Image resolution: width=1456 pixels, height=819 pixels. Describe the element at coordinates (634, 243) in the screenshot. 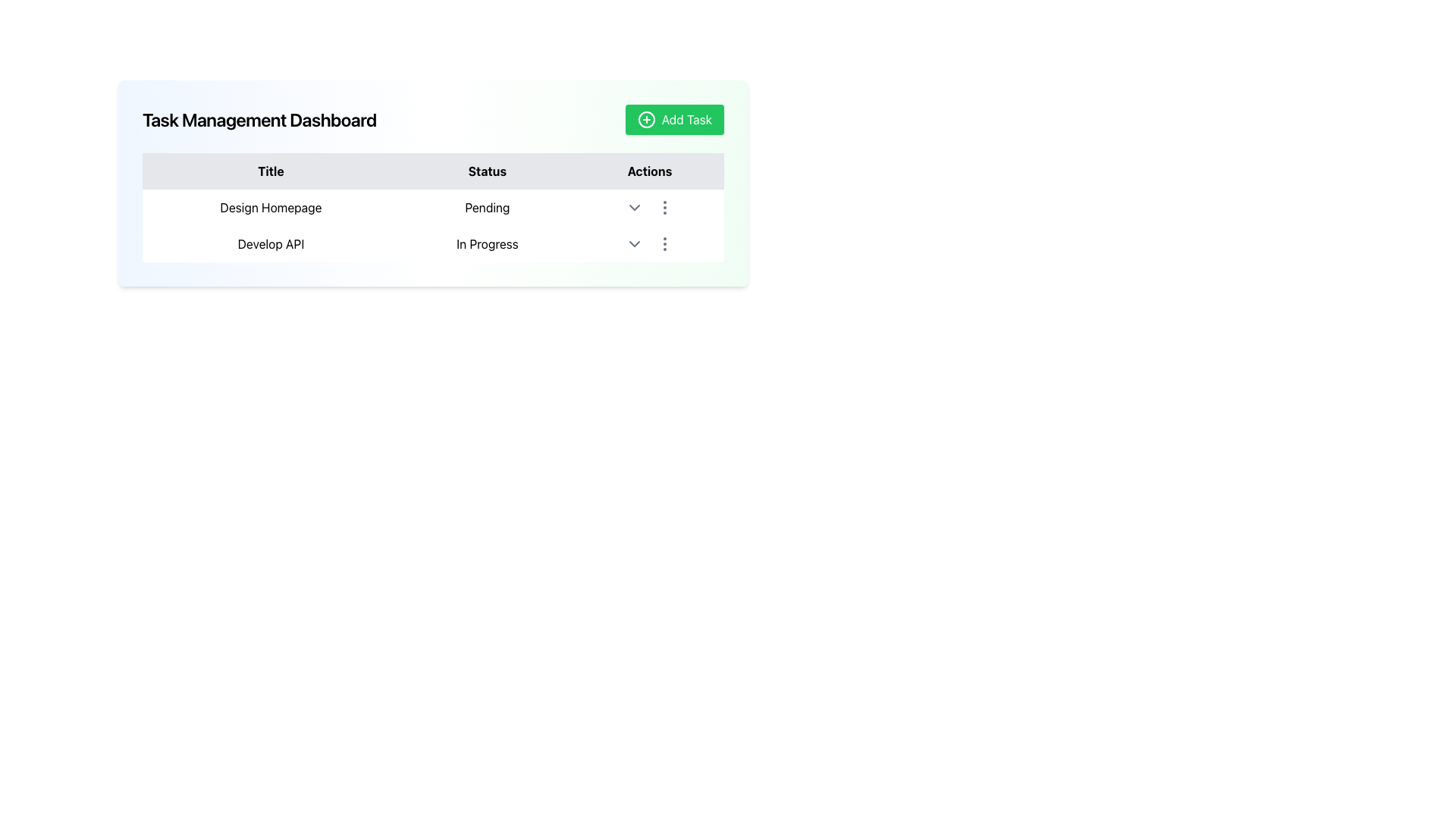

I see `the downward-facing gray chevron icon in the 'Actions' column of the second row` at that location.